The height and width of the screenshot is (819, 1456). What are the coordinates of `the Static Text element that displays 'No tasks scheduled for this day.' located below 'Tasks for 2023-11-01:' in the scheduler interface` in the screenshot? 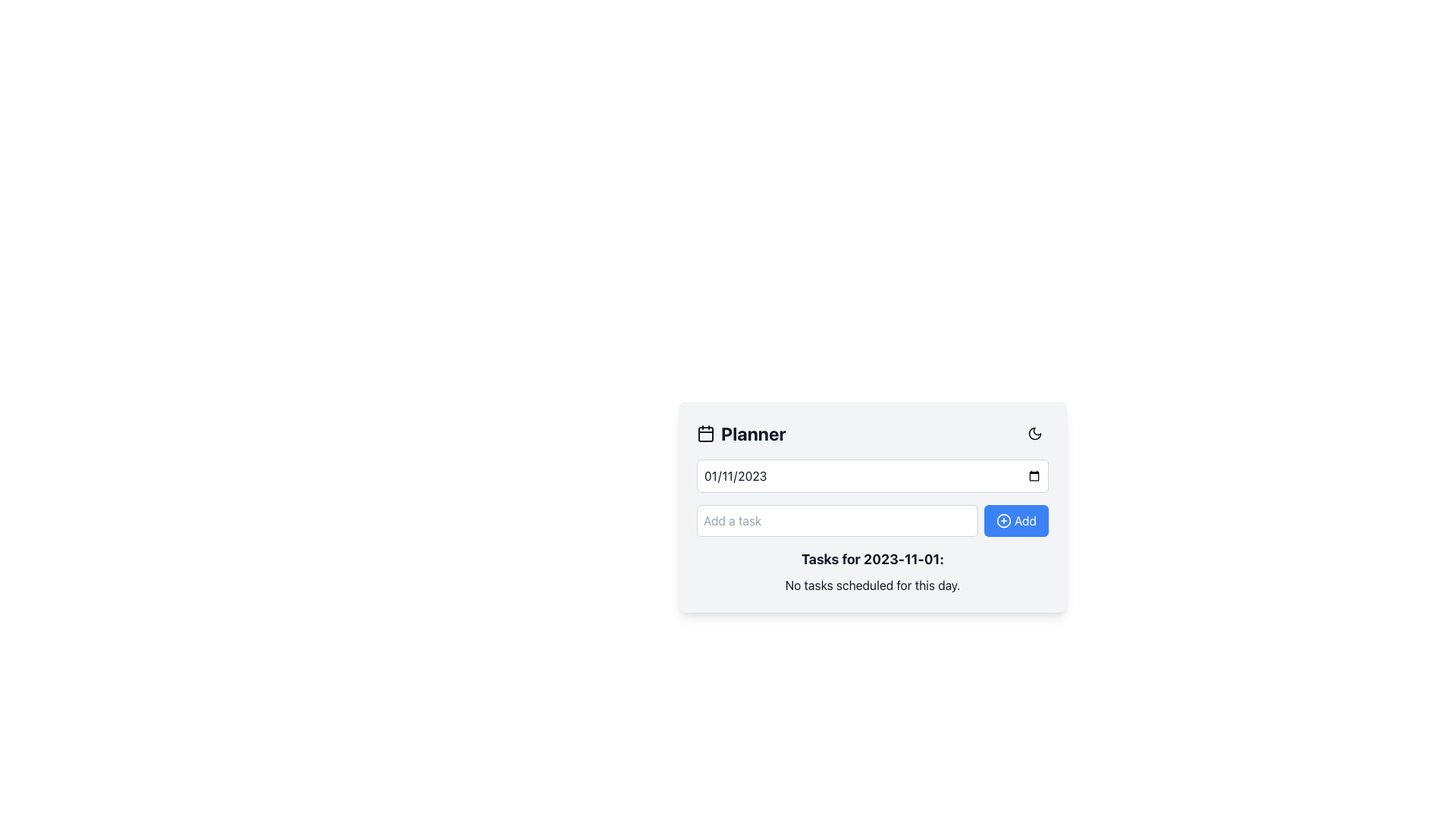 It's located at (873, 584).